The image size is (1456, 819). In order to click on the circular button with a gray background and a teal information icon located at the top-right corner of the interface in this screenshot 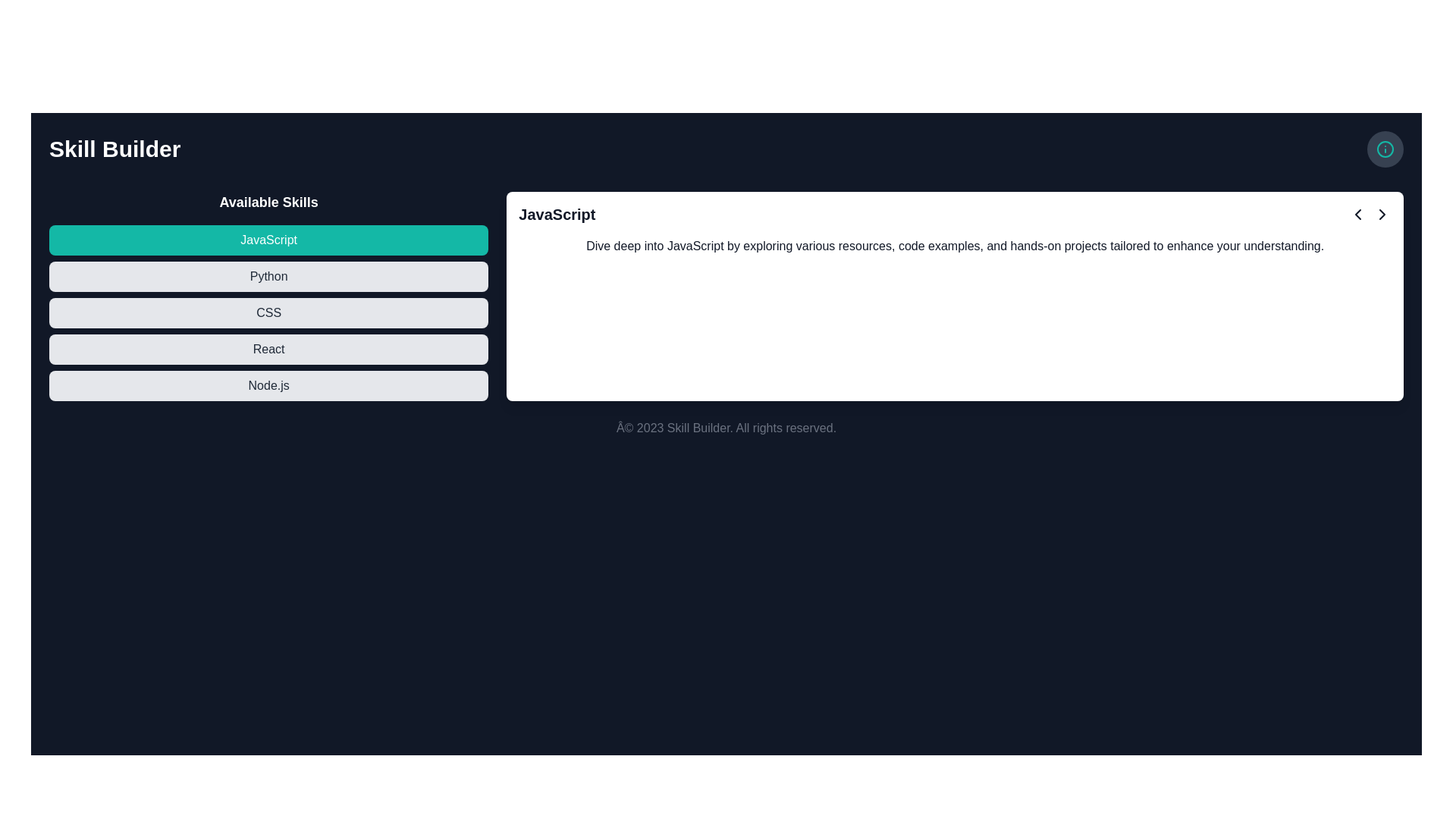, I will do `click(1385, 149)`.